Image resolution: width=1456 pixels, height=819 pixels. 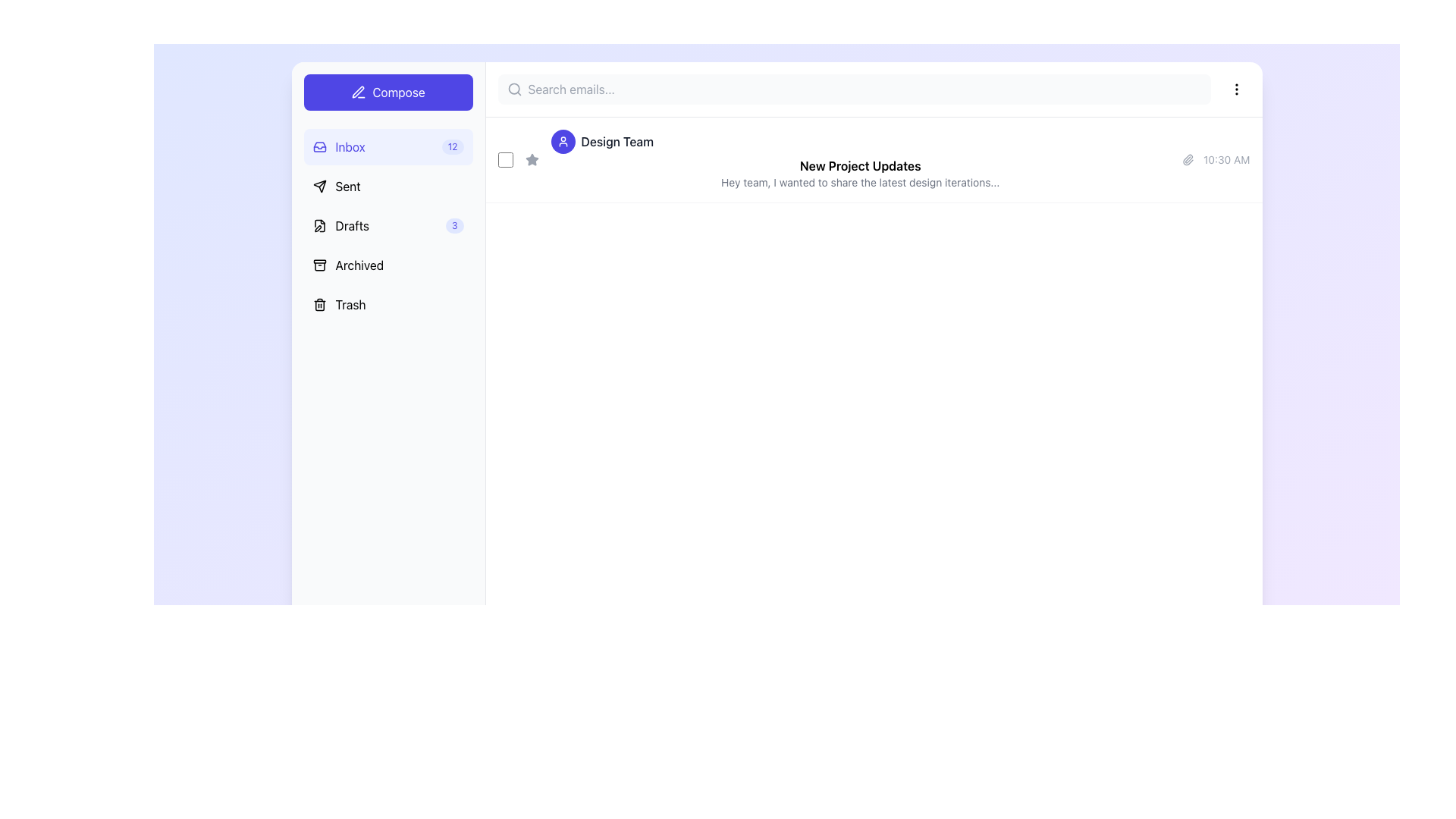 What do you see at coordinates (388, 265) in the screenshot?
I see `the 'Archived' button located in the left-hand navigation panel, positioned below the 'Drafts' button and above the 'Trash' button` at bounding box center [388, 265].